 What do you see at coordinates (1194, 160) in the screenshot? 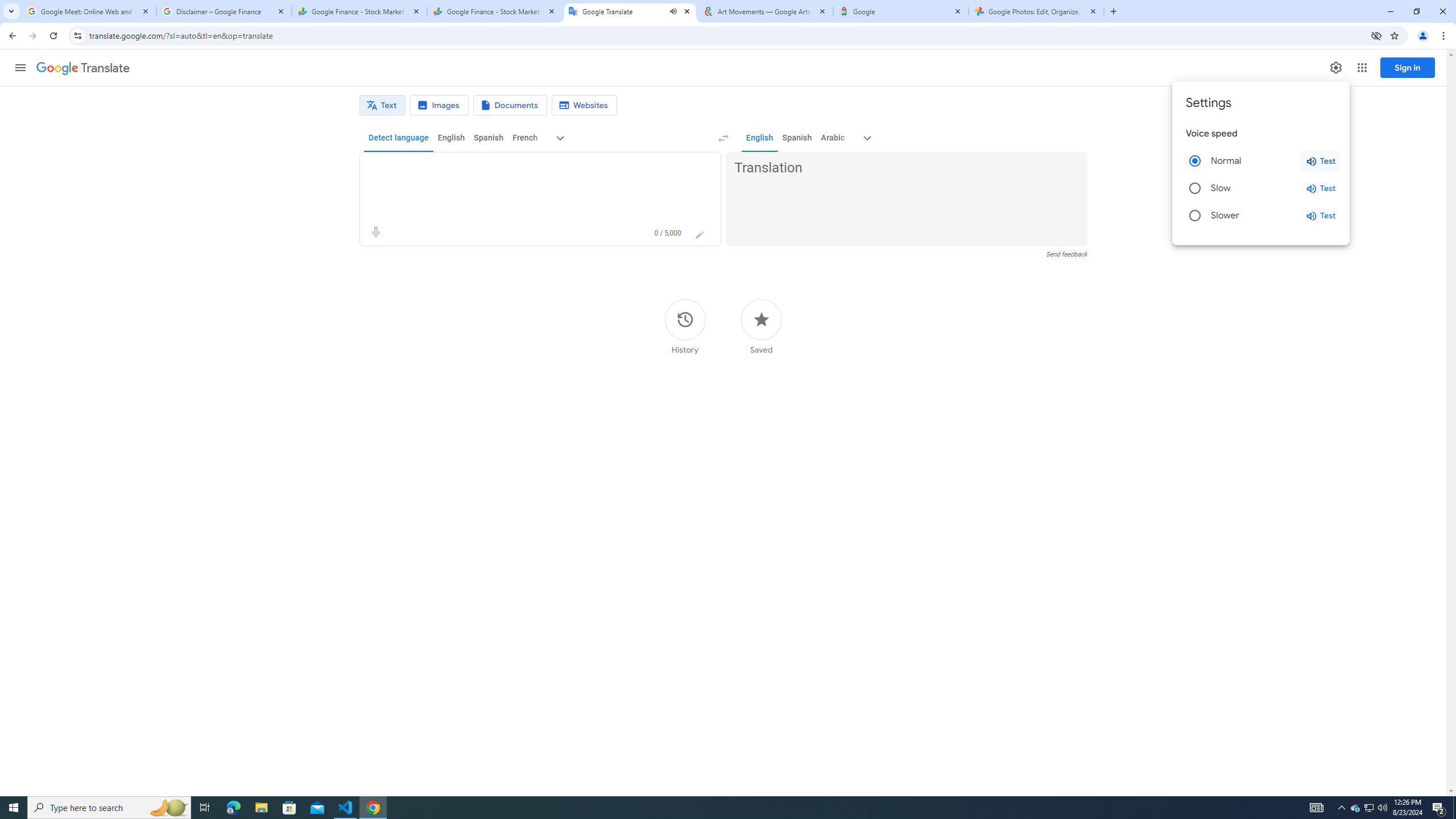
I see `'Normal'` at bounding box center [1194, 160].